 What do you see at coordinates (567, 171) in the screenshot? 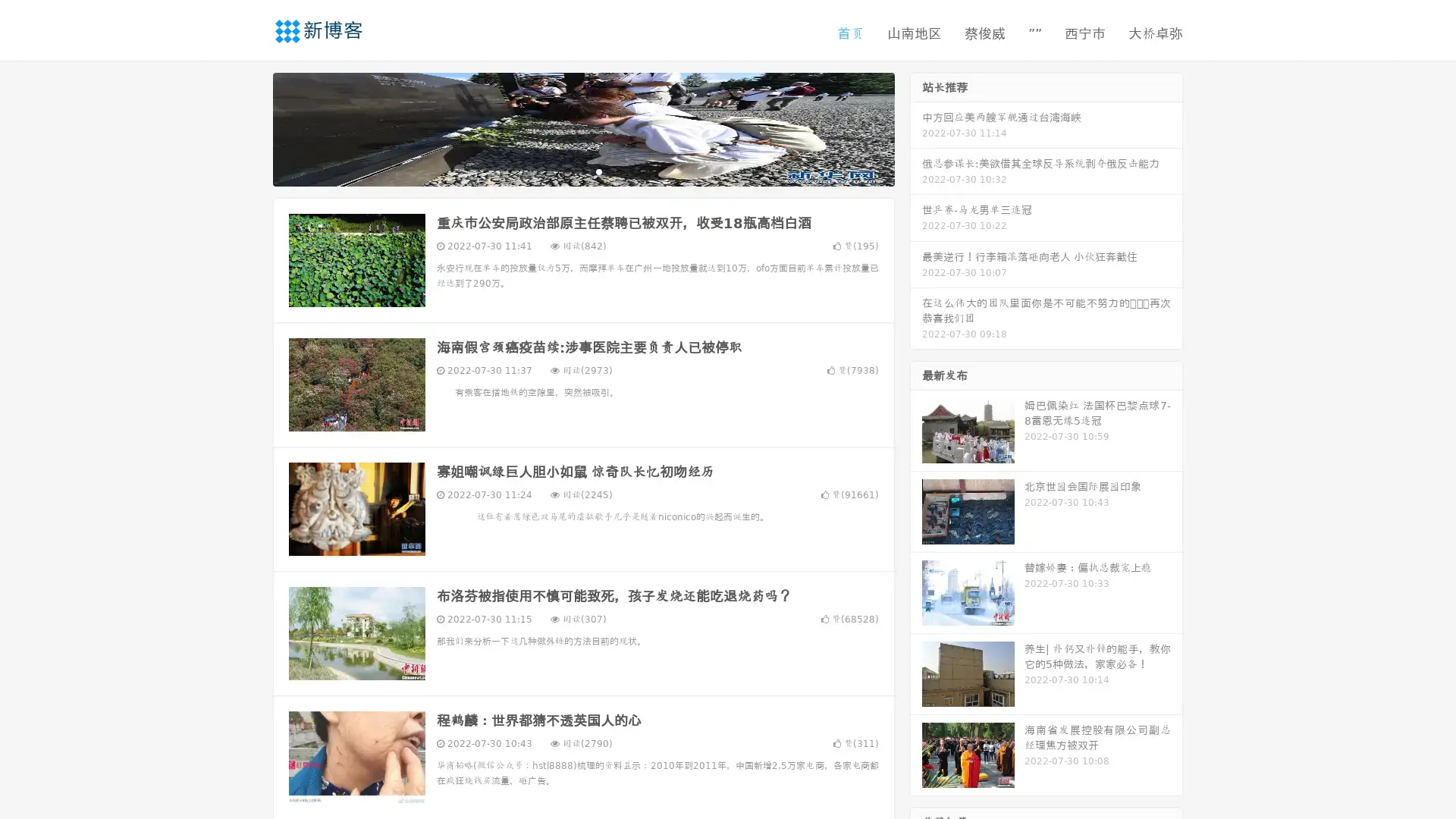
I see `Go to slide 1` at bounding box center [567, 171].